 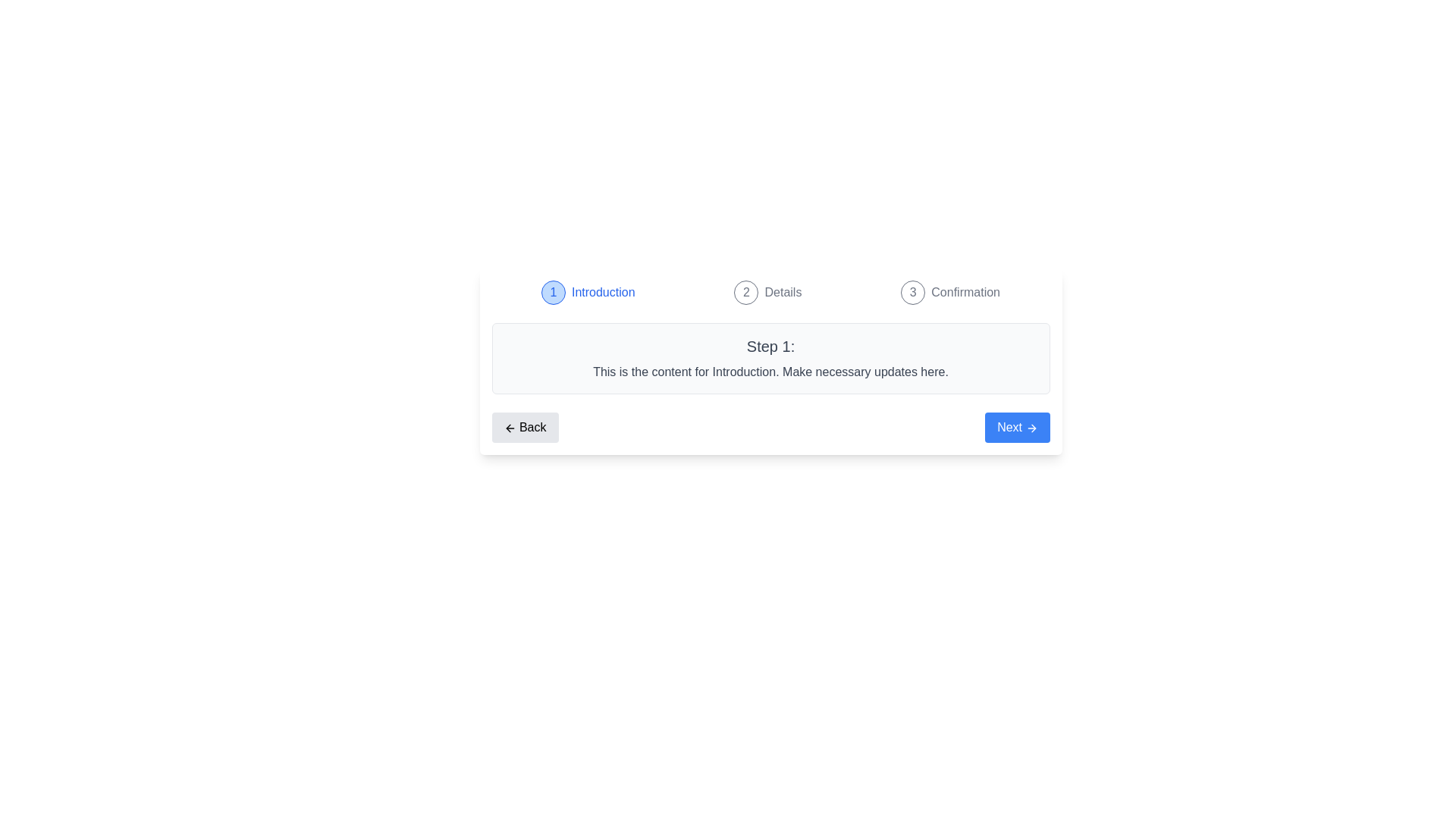 I want to click on the Next button to navigate steps, so click(x=1017, y=427).